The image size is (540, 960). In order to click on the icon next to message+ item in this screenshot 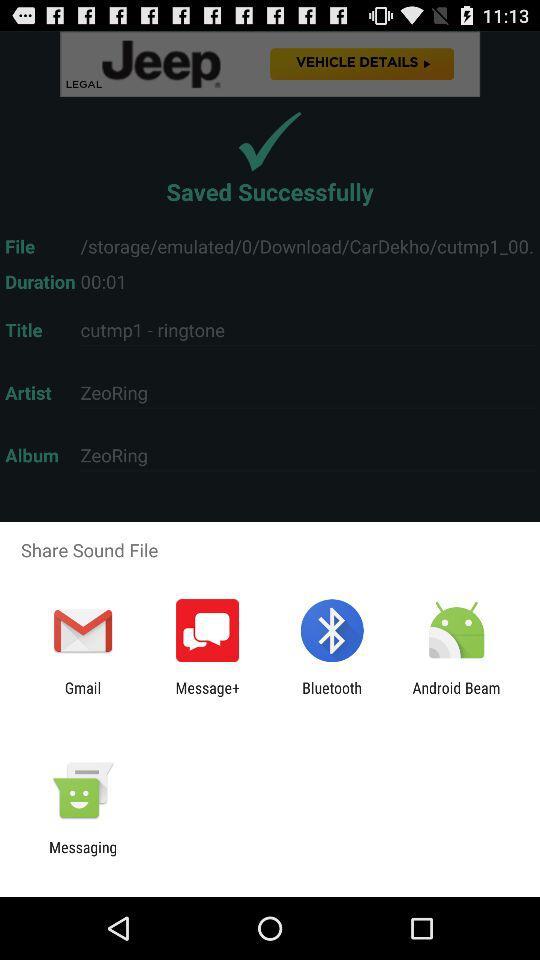, I will do `click(332, 696)`.